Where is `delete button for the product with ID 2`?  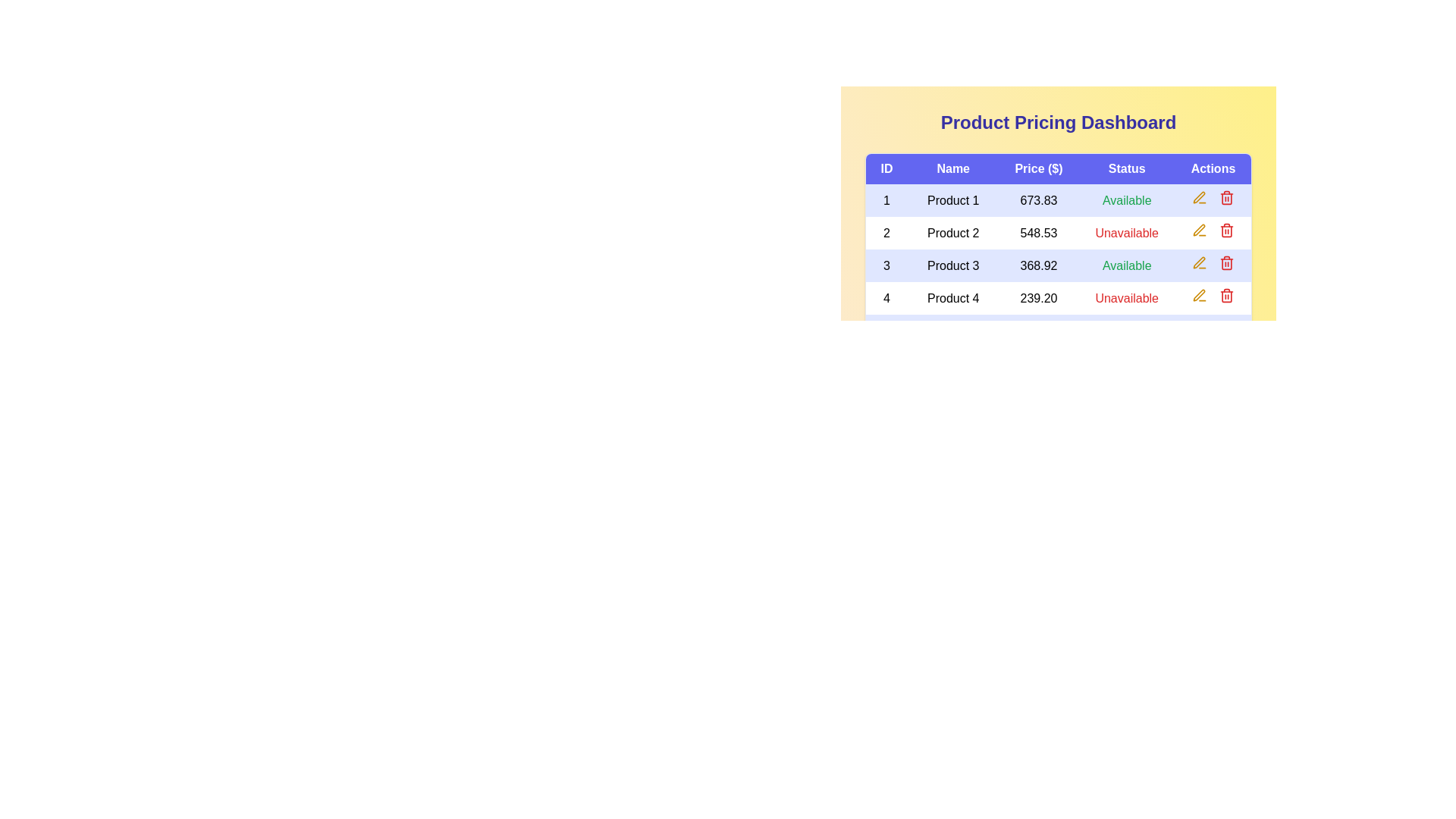 delete button for the product with ID 2 is located at coordinates (1226, 231).